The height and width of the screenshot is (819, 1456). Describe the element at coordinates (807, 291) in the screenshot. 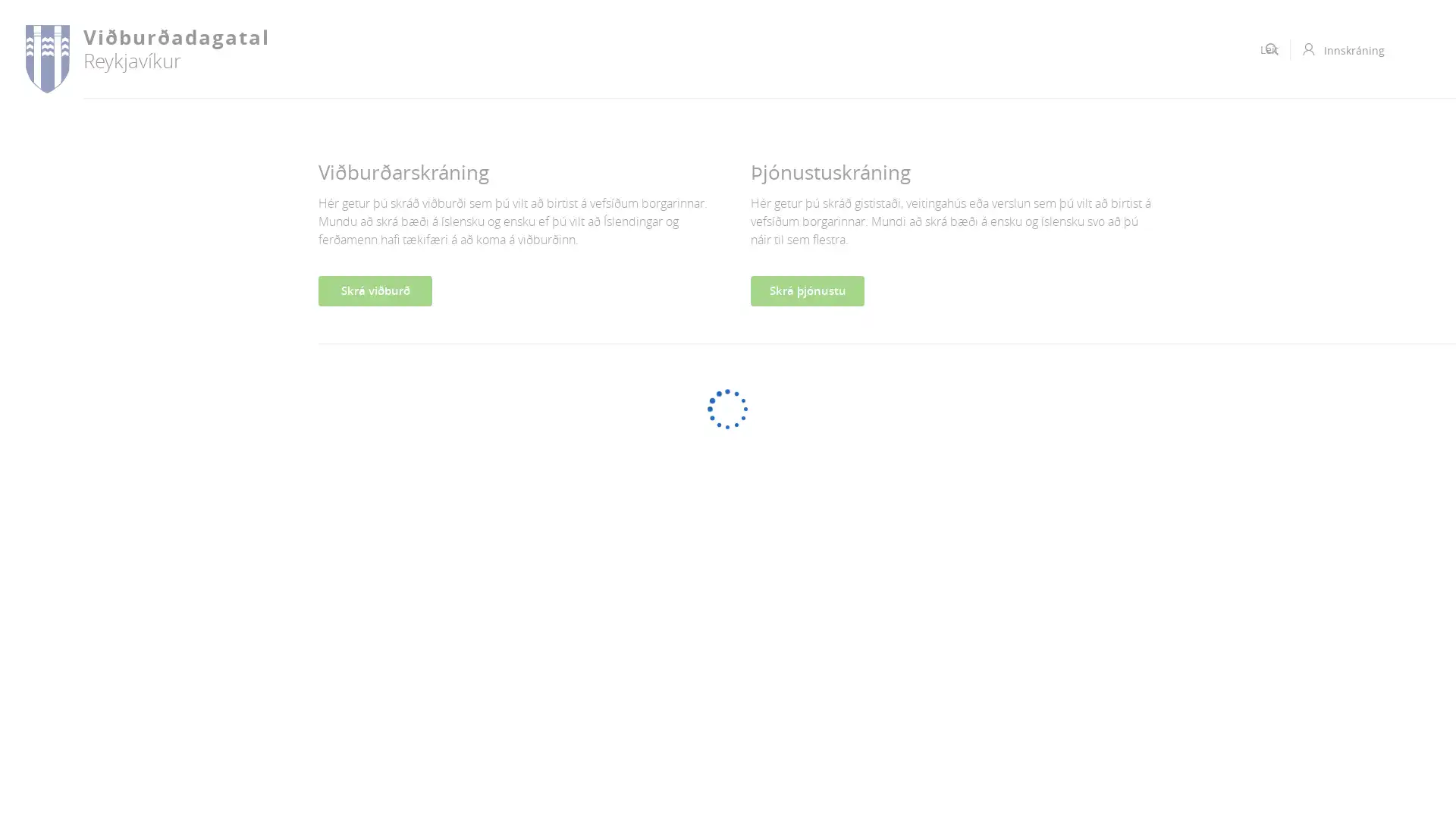

I see `Skra jonustu` at that location.